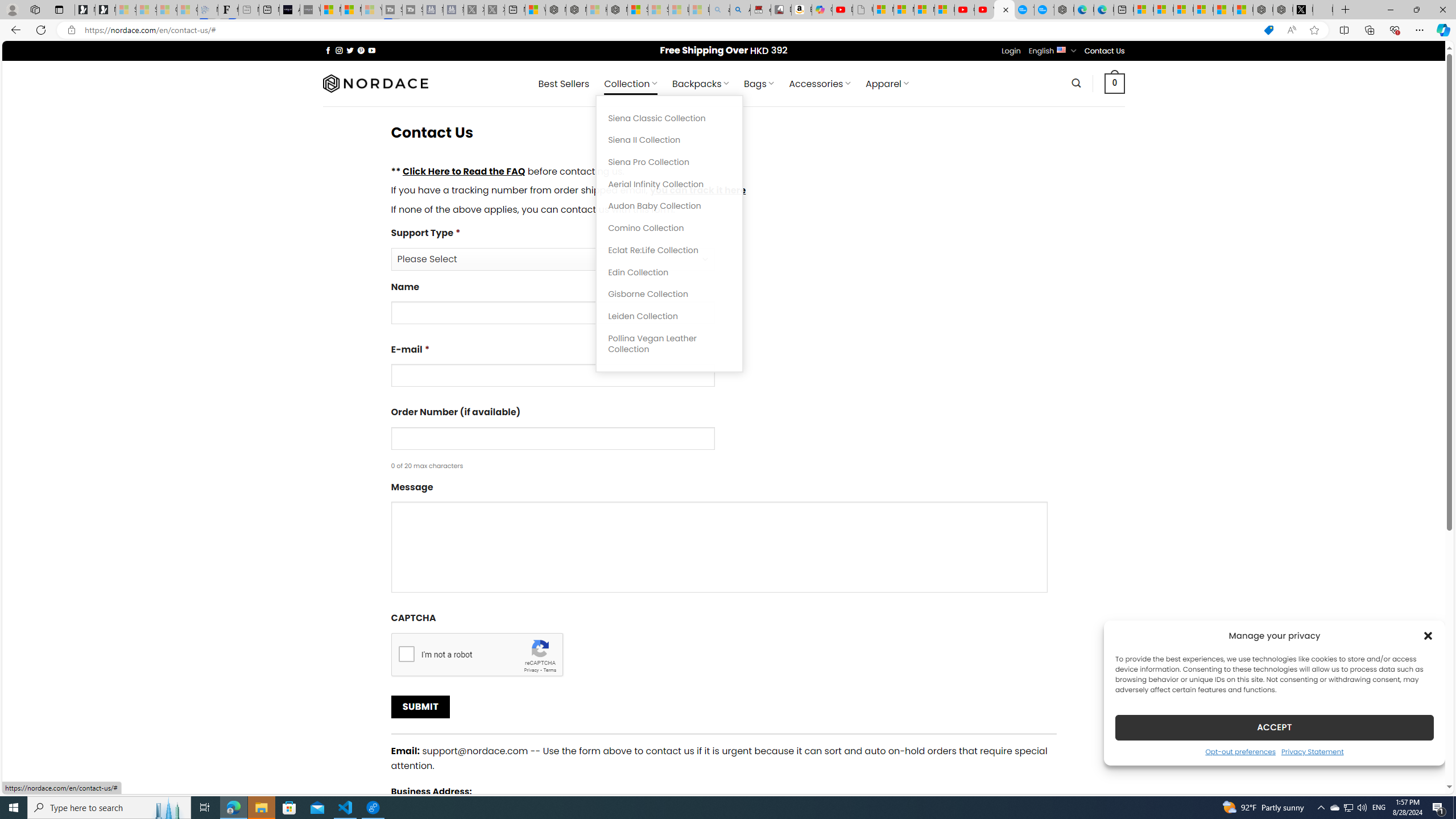  I want to click on 'Siena Pro Collection', so click(669, 162).